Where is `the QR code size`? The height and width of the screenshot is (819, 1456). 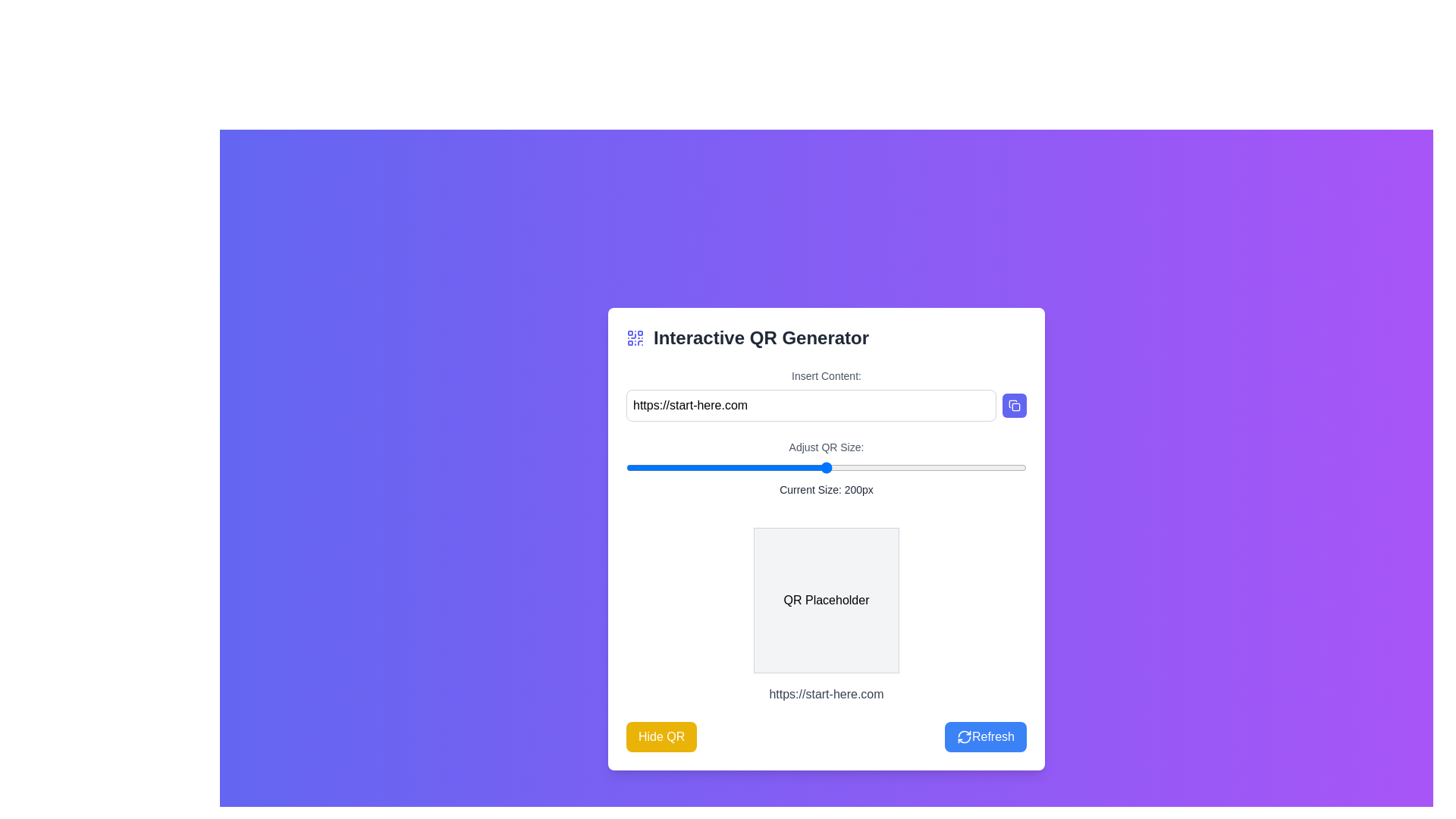
the QR code size is located at coordinates (874, 467).